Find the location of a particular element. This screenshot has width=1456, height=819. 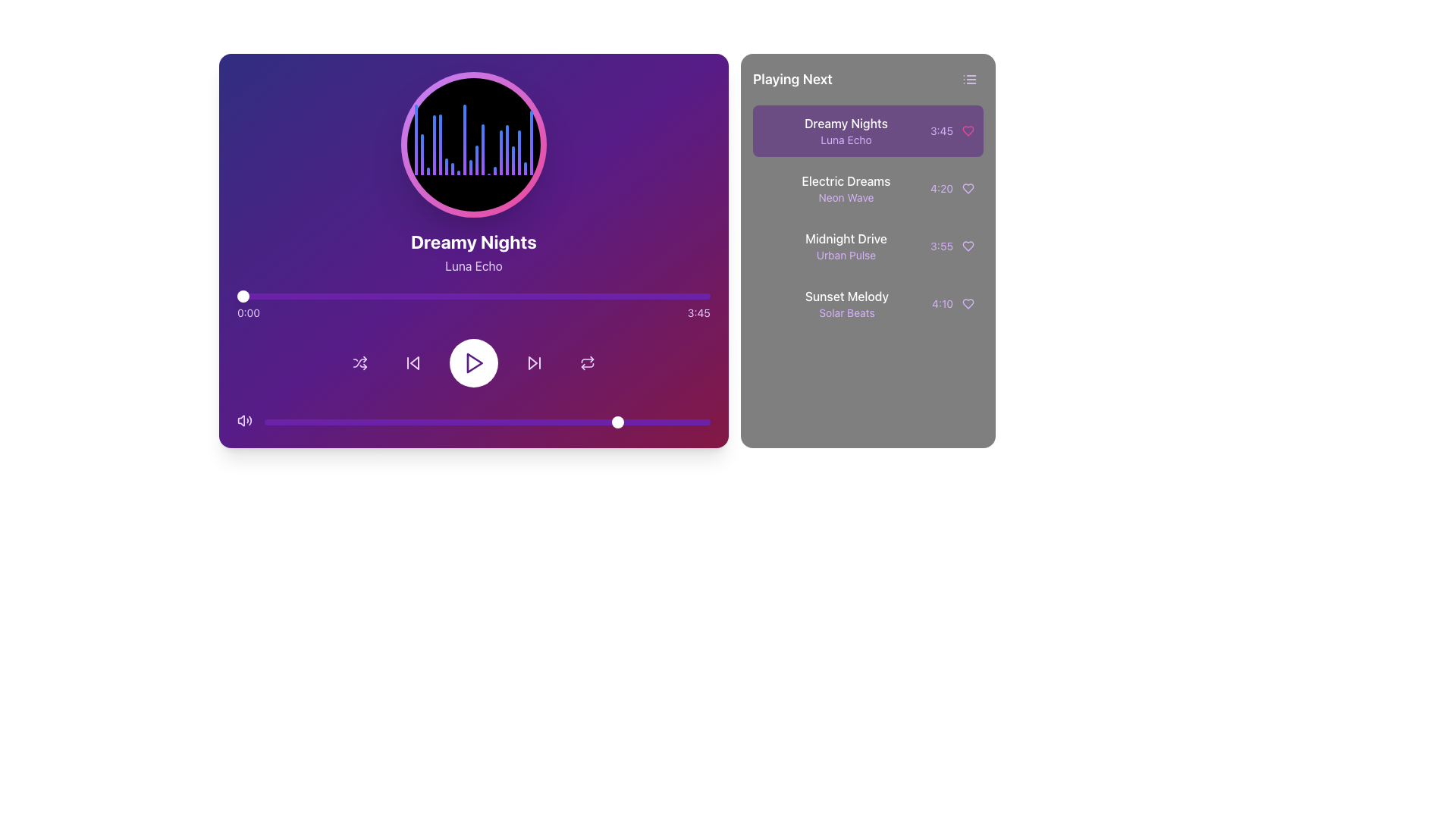

the seventeenth bar in the bar chart component that visualizes data values or audio frequencies, located on the left side beneath a circular visualizer is located at coordinates (513, 160).